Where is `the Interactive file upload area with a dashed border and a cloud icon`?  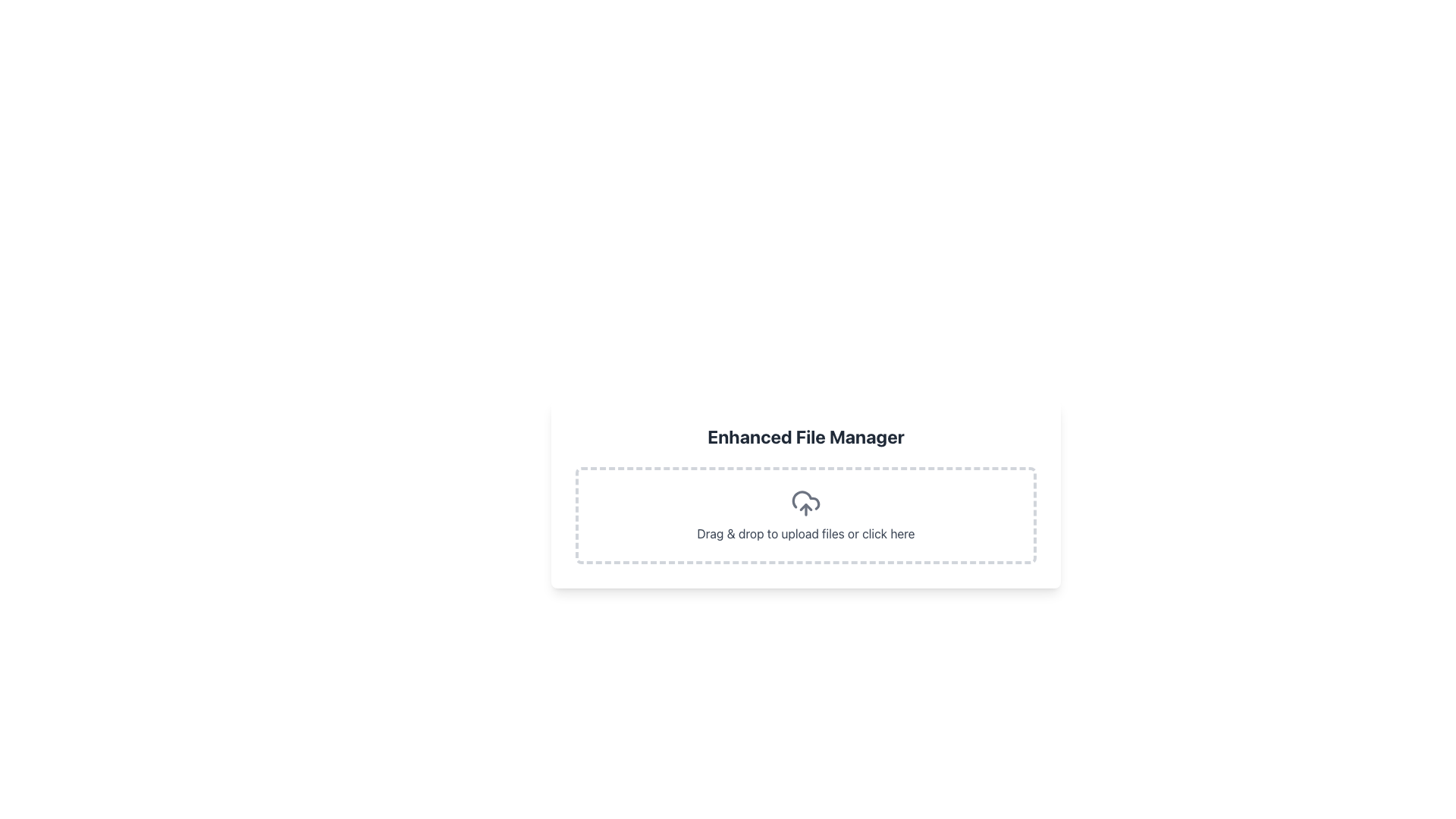
the Interactive file upload area with a dashed border and a cloud icon is located at coordinates (805, 514).